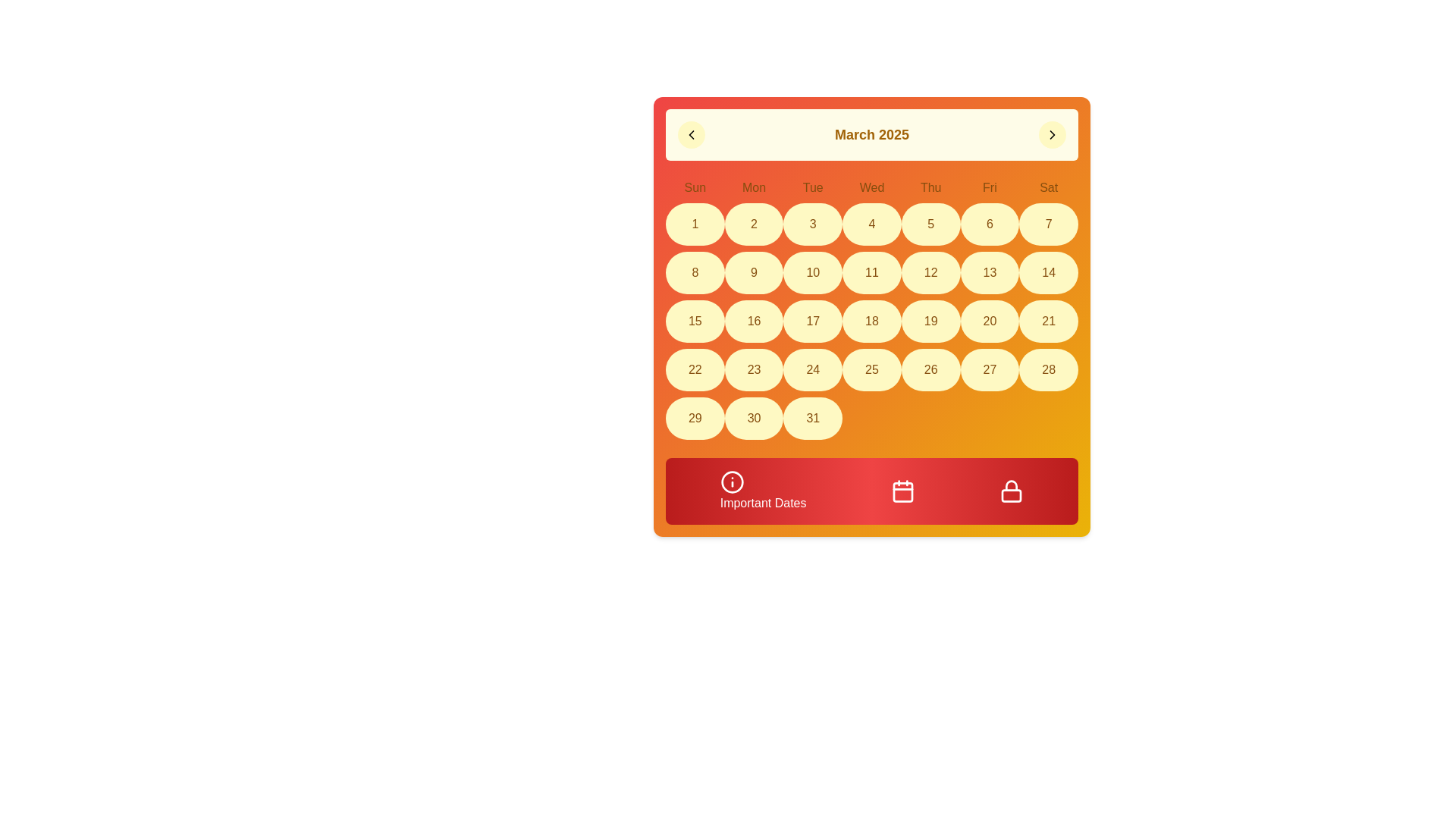 Image resolution: width=1456 pixels, height=819 pixels. Describe the element at coordinates (902, 492) in the screenshot. I see `the central calendar button, which is a red rectangular shape with rounded corners, located in the bottom toolbar of the interface` at that location.